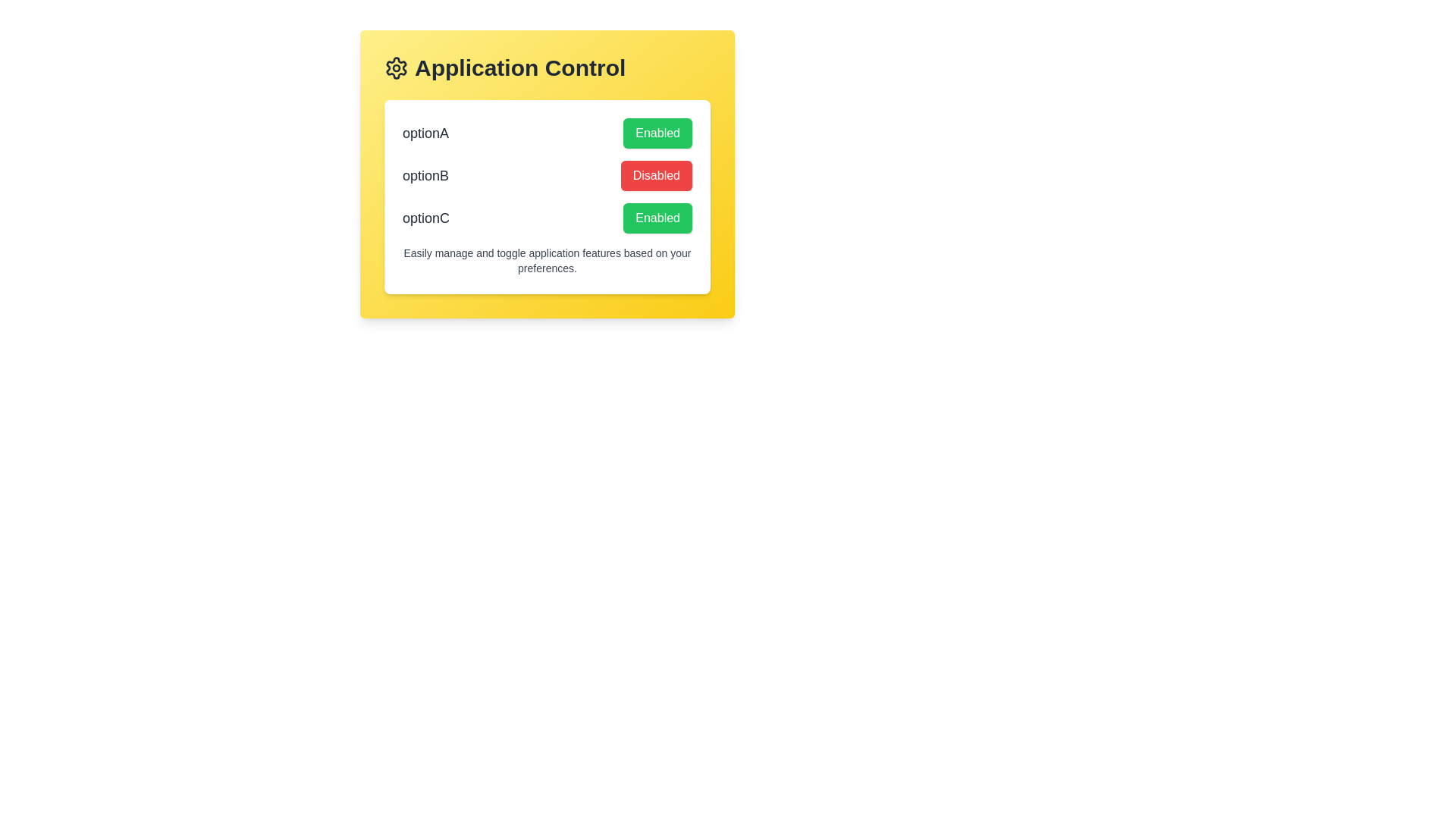  What do you see at coordinates (425, 133) in the screenshot?
I see `the text label 'optionA' located in the 'Application Control' module, which provides a description for the associated 'Enabled' button` at bounding box center [425, 133].